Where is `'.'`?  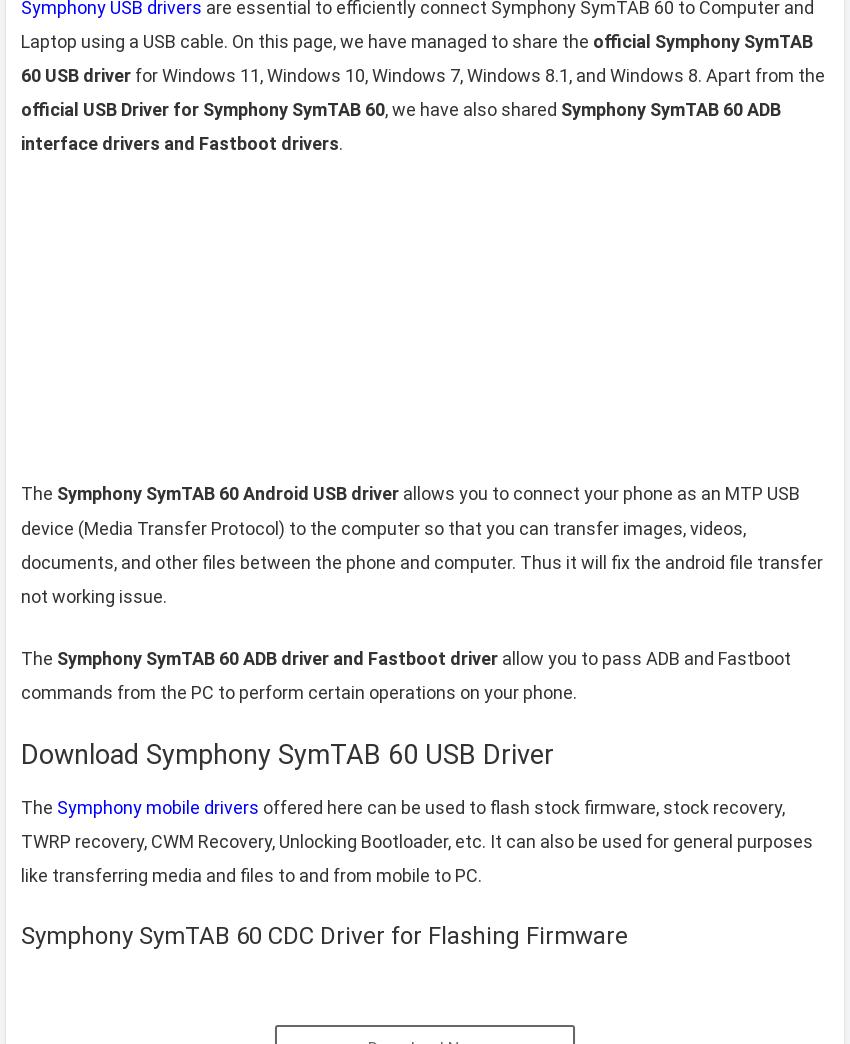
'.' is located at coordinates (340, 142).